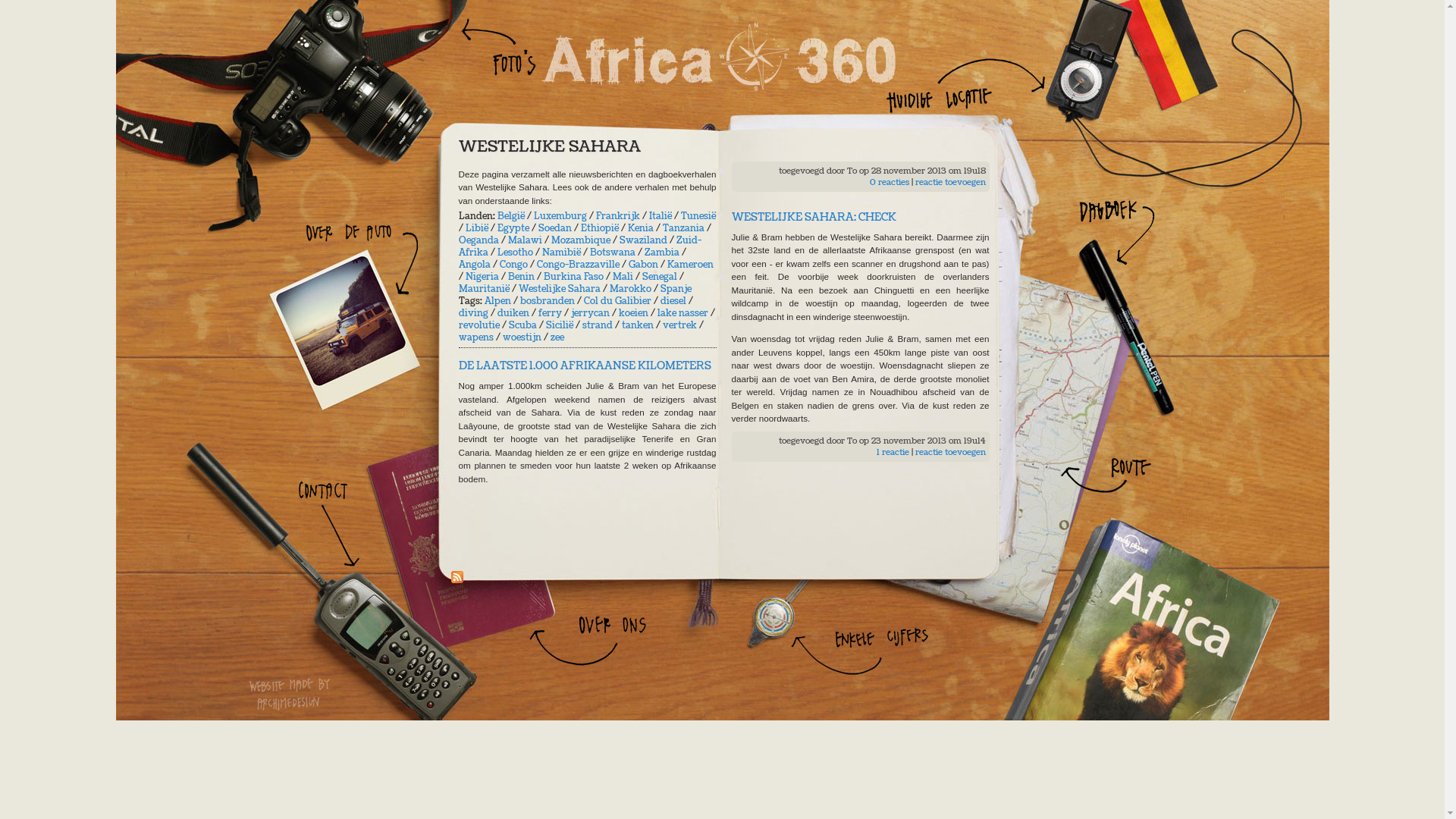 This screenshot has width=1456, height=819. I want to click on 'Oeganda', so click(477, 239).